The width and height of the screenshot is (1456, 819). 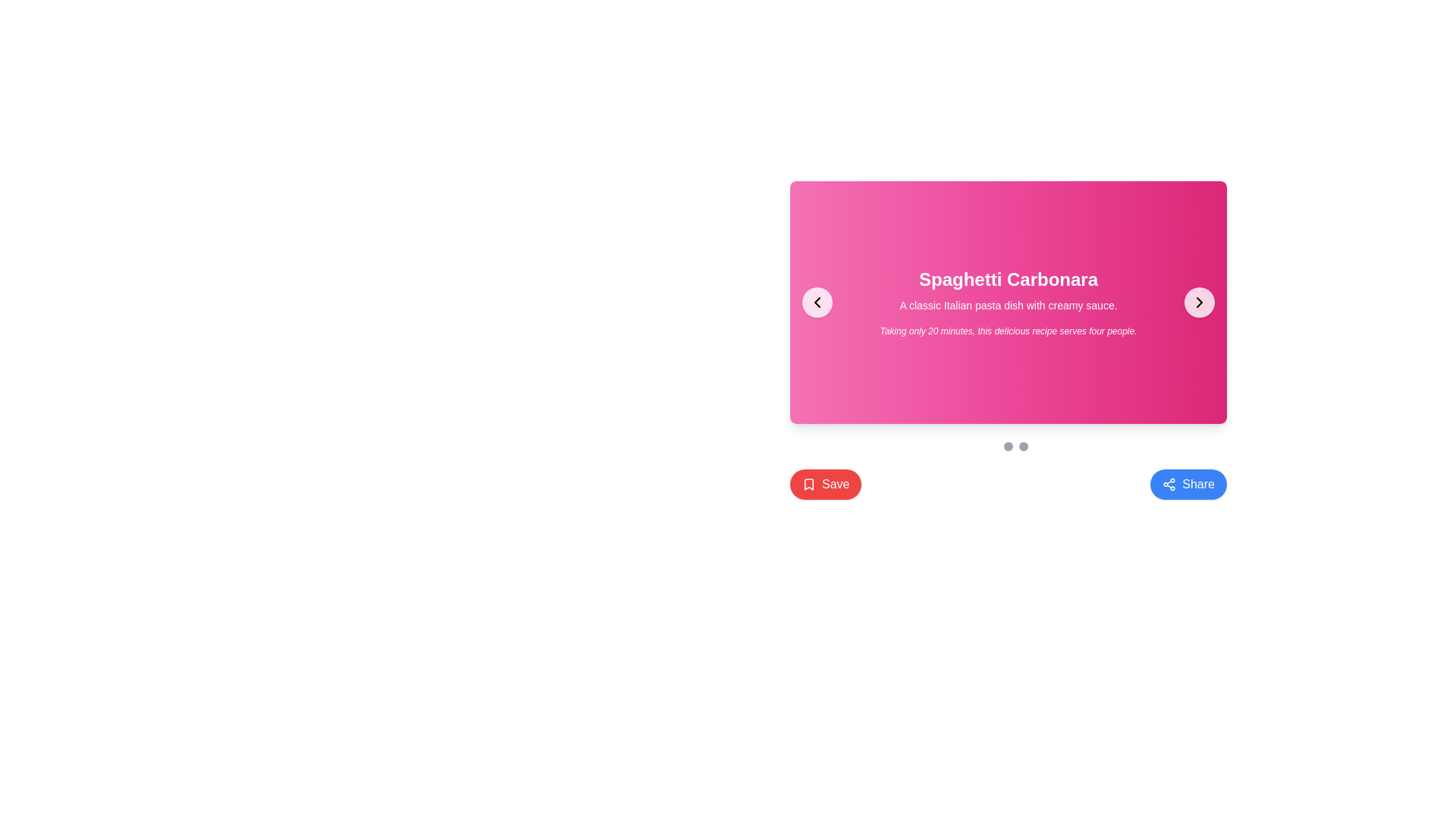 What do you see at coordinates (1199, 302) in the screenshot?
I see `the right-chevron icon` at bounding box center [1199, 302].